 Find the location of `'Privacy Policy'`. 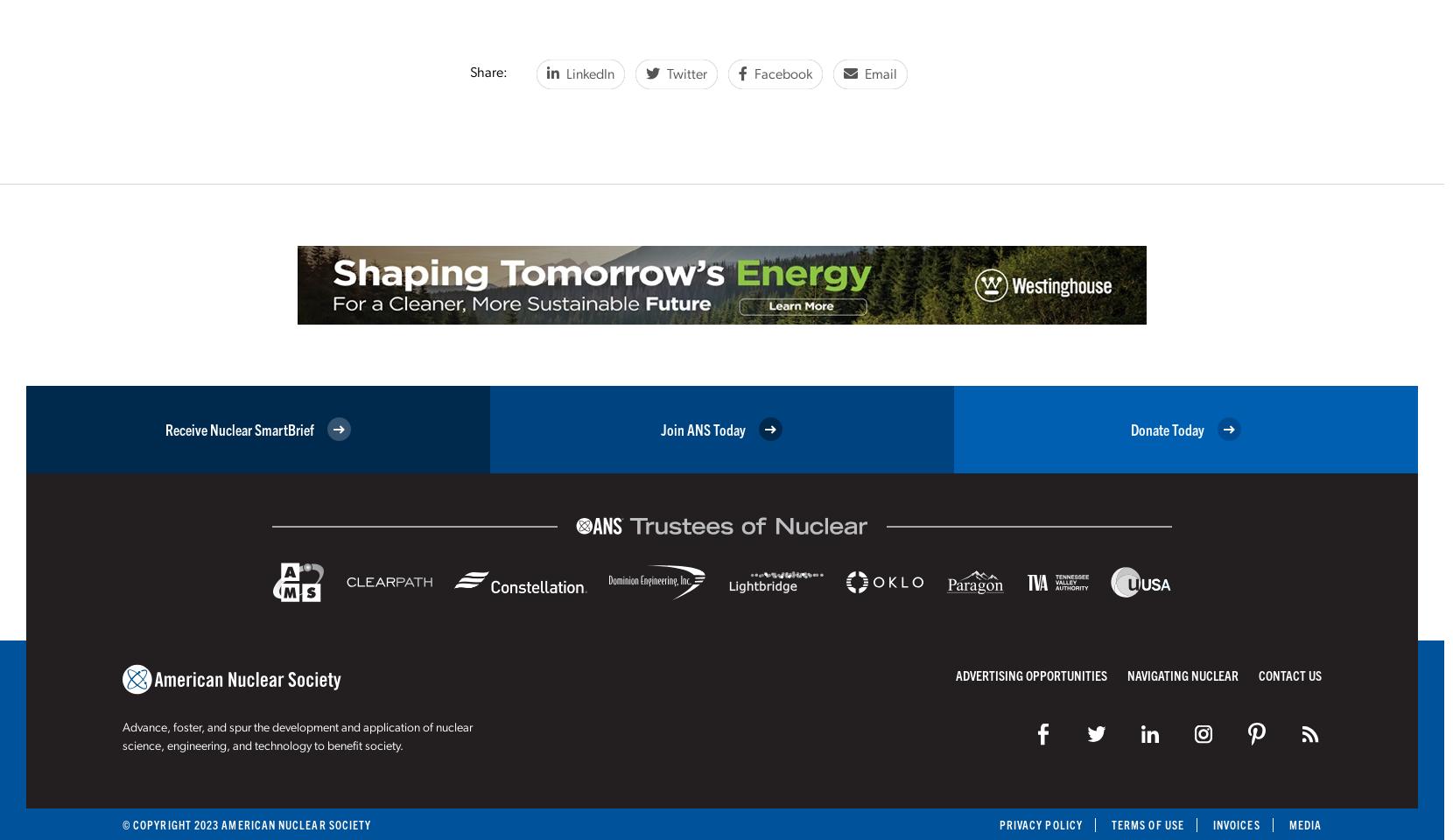

'Privacy Policy' is located at coordinates (1040, 824).